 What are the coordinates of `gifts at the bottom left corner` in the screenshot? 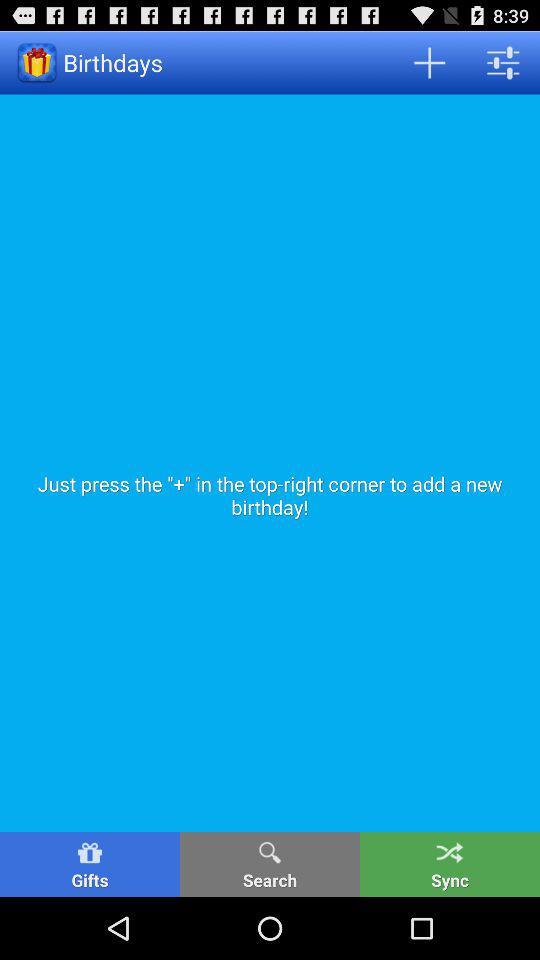 It's located at (89, 863).